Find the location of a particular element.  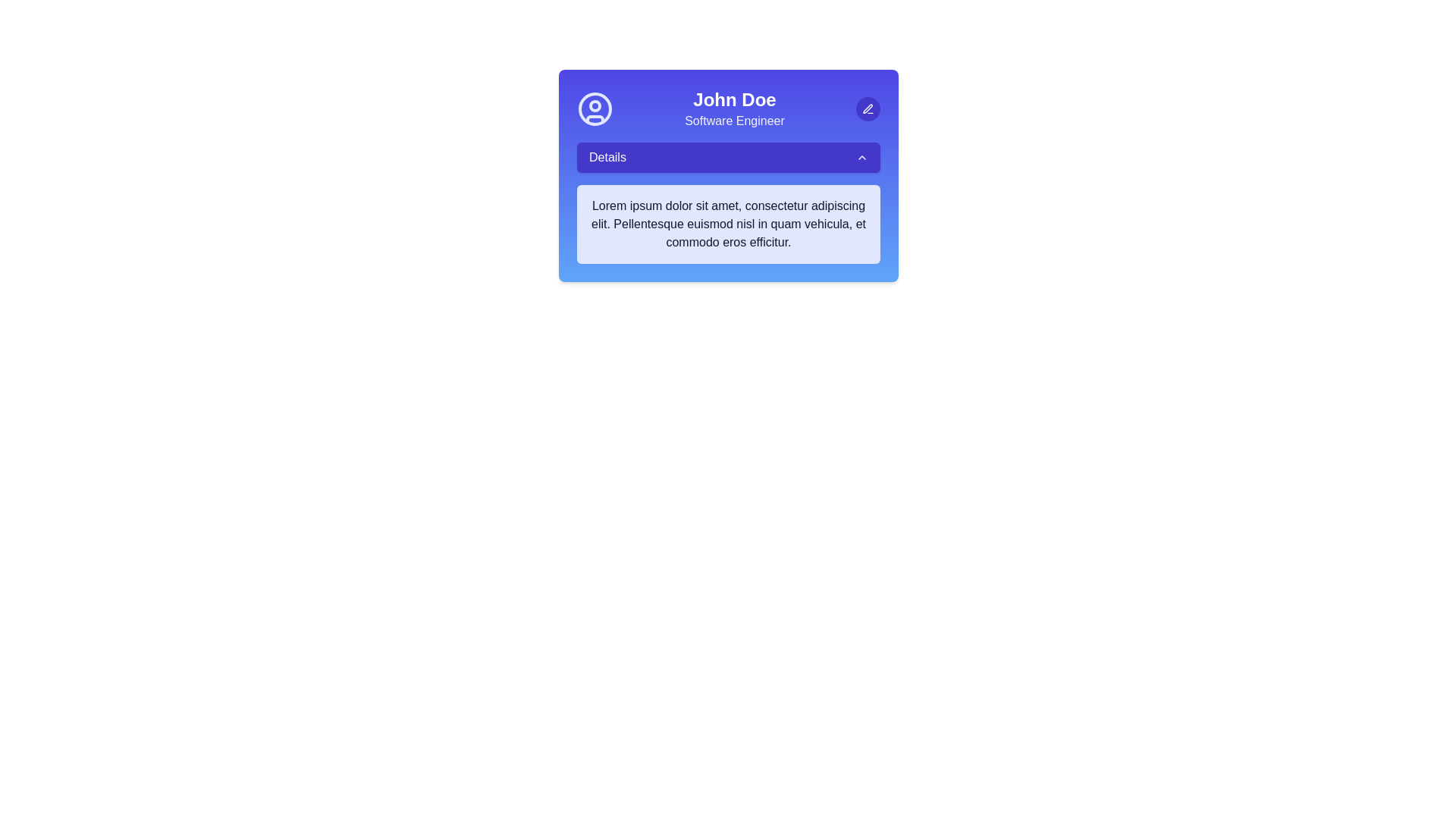

the button located at the top-right corner of the card containing the name 'John Doe' and job title 'Software Engineer' is located at coordinates (868, 108).